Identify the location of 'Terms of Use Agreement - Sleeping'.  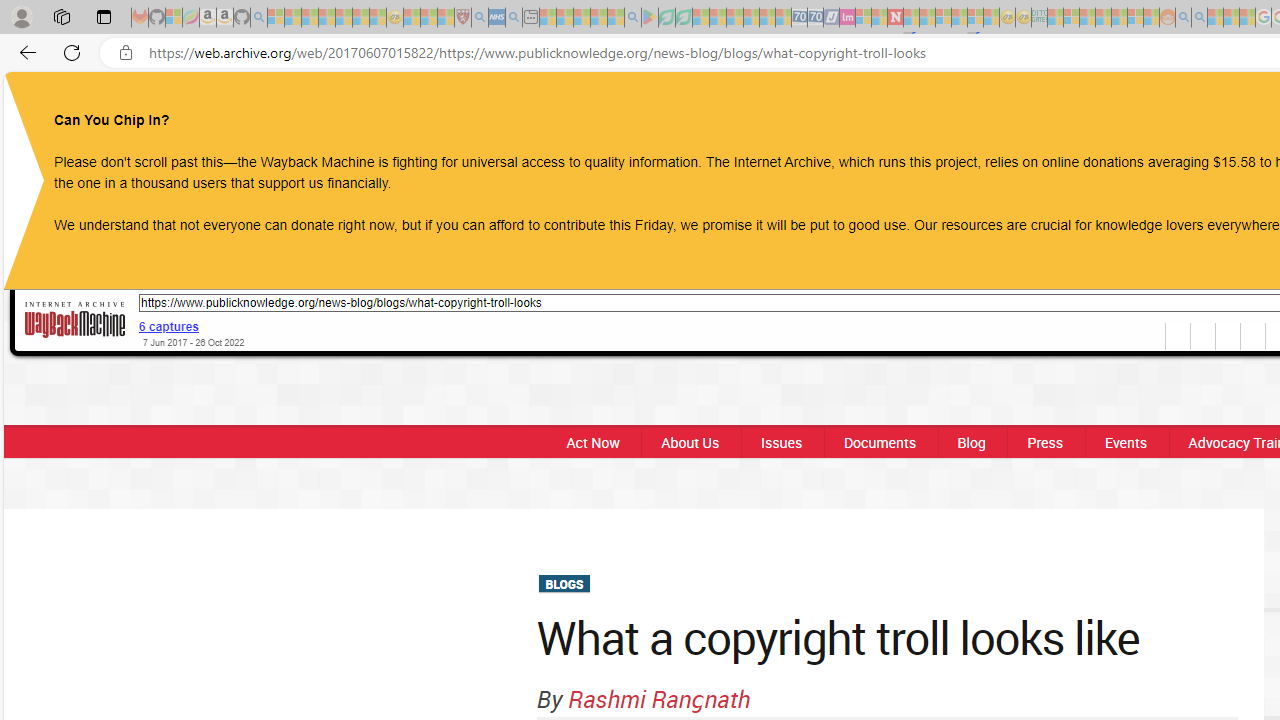
(666, 17).